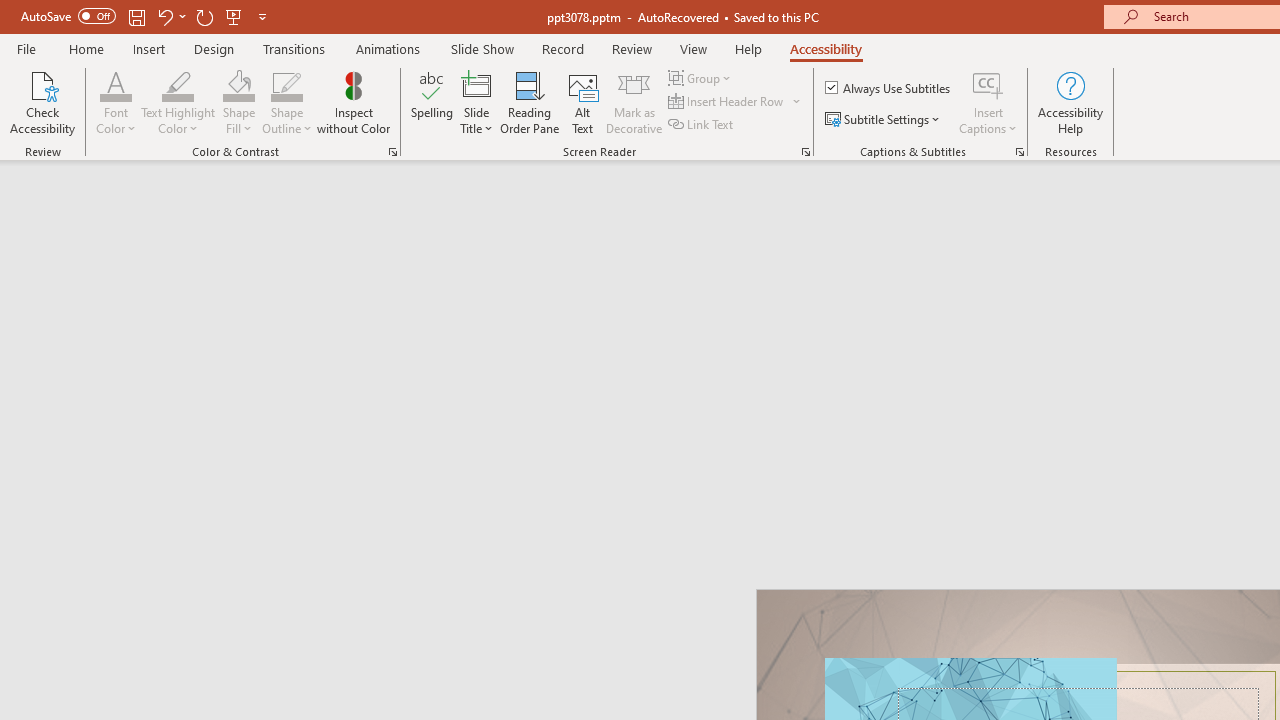 This screenshot has width=1280, height=720. What do you see at coordinates (805, 150) in the screenshot?
I see `'Screen Reader'` at bounding box center [805, 150].